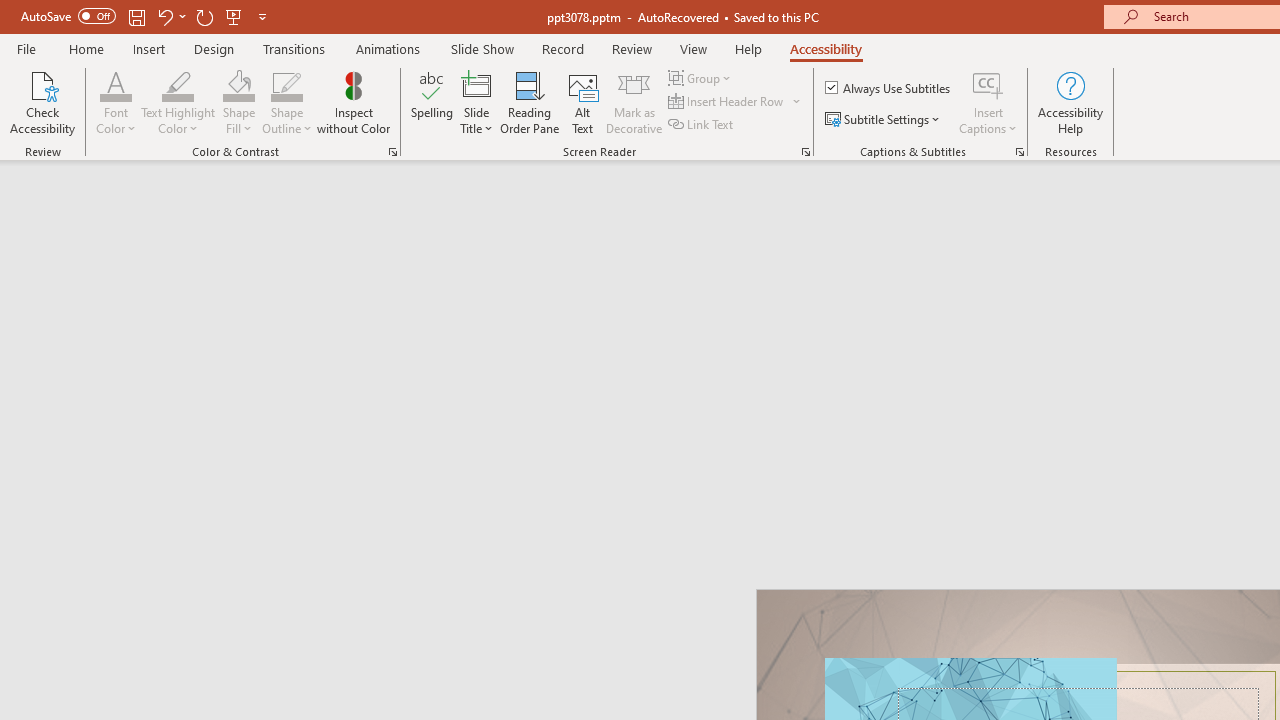 This screenshot has width=1280, height=720. What do you see at coordinates (805, 150) in the screenshot?
I see `'Screen Reader'` at bounding box center [805, 150].